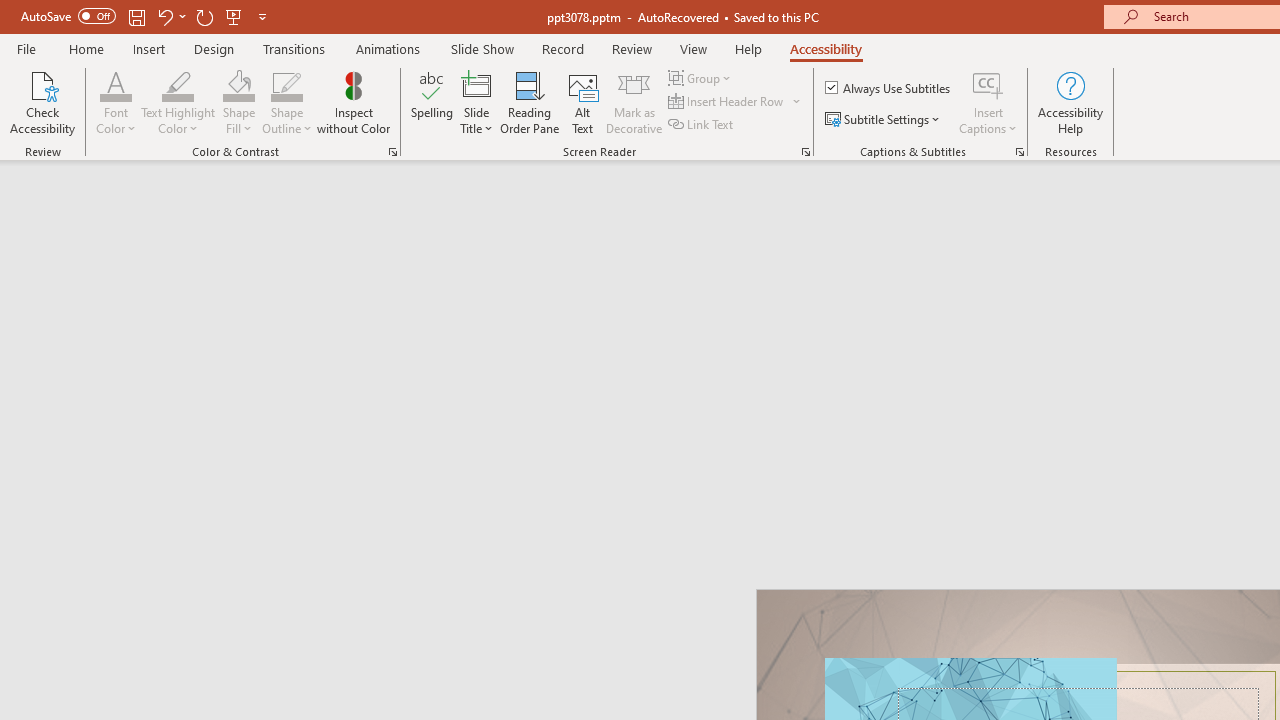 This screenshot has width=1280, height=720. What do you see at coordinates (805, 150) in the screenshot?
I see `'Screen Reader'` at bounding box center [805, 150].